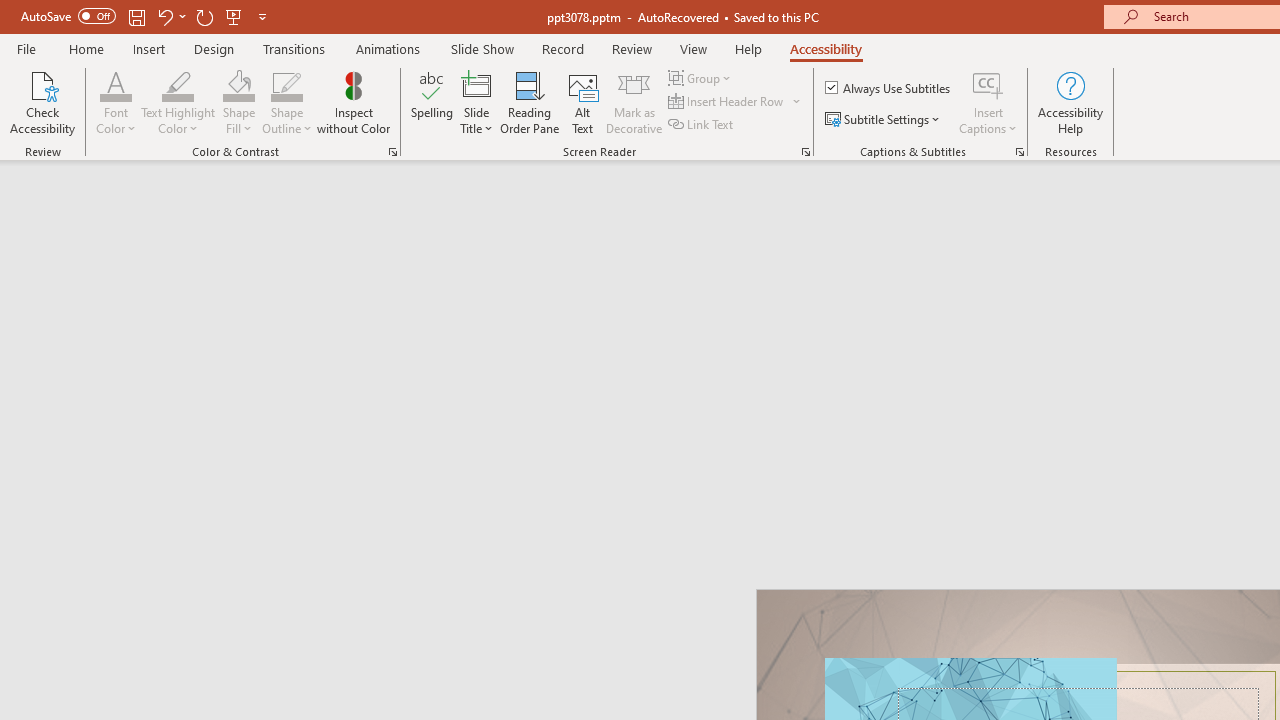 This screenshot has width=1280, height=720. What do you see at coordinates (805, 150) in the screenshot?
I see `'Screen Reader'` at bounding box center [805, 150].